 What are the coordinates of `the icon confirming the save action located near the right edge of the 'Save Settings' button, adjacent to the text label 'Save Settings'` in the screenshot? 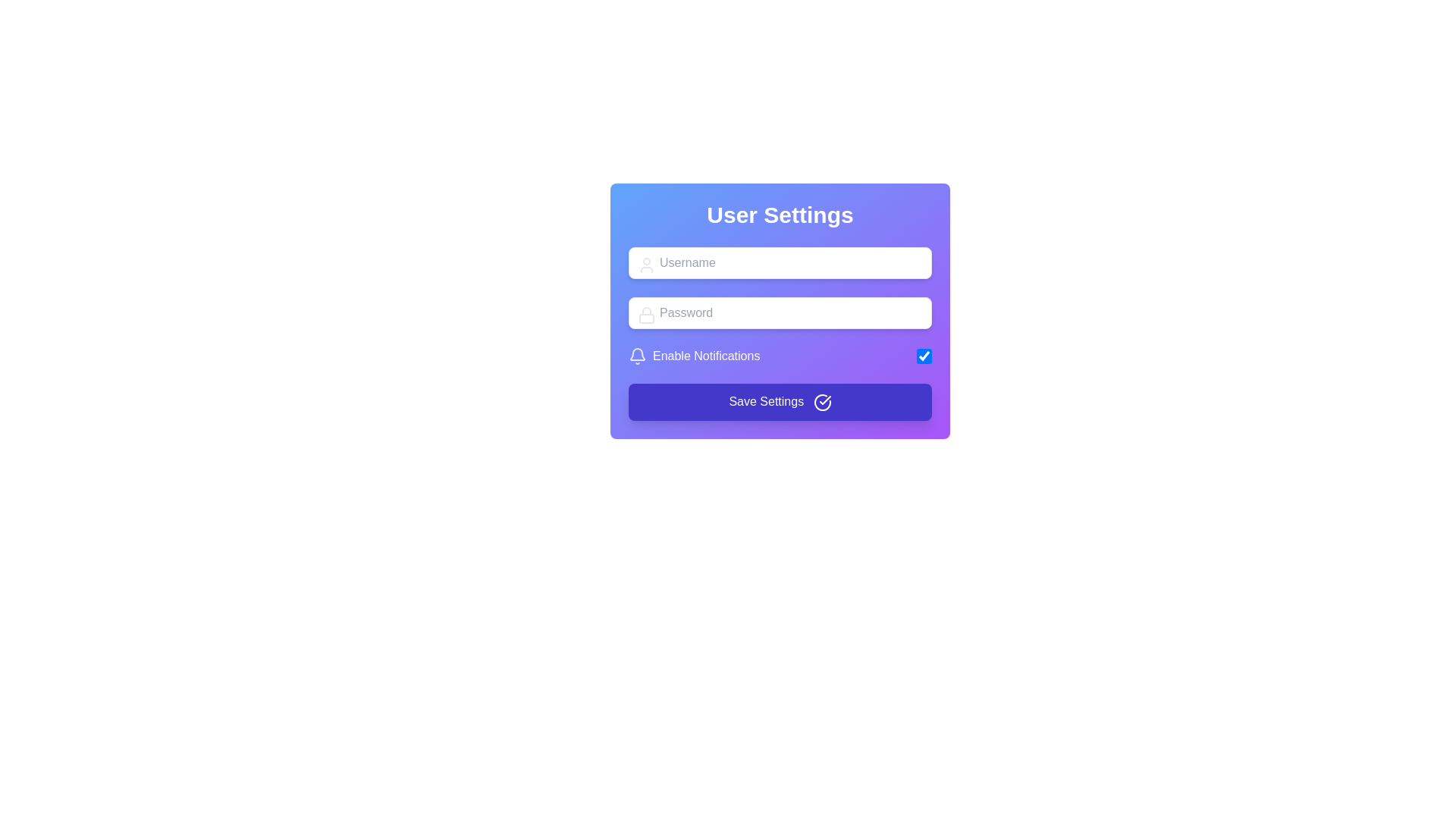 It's located at (821, 401).